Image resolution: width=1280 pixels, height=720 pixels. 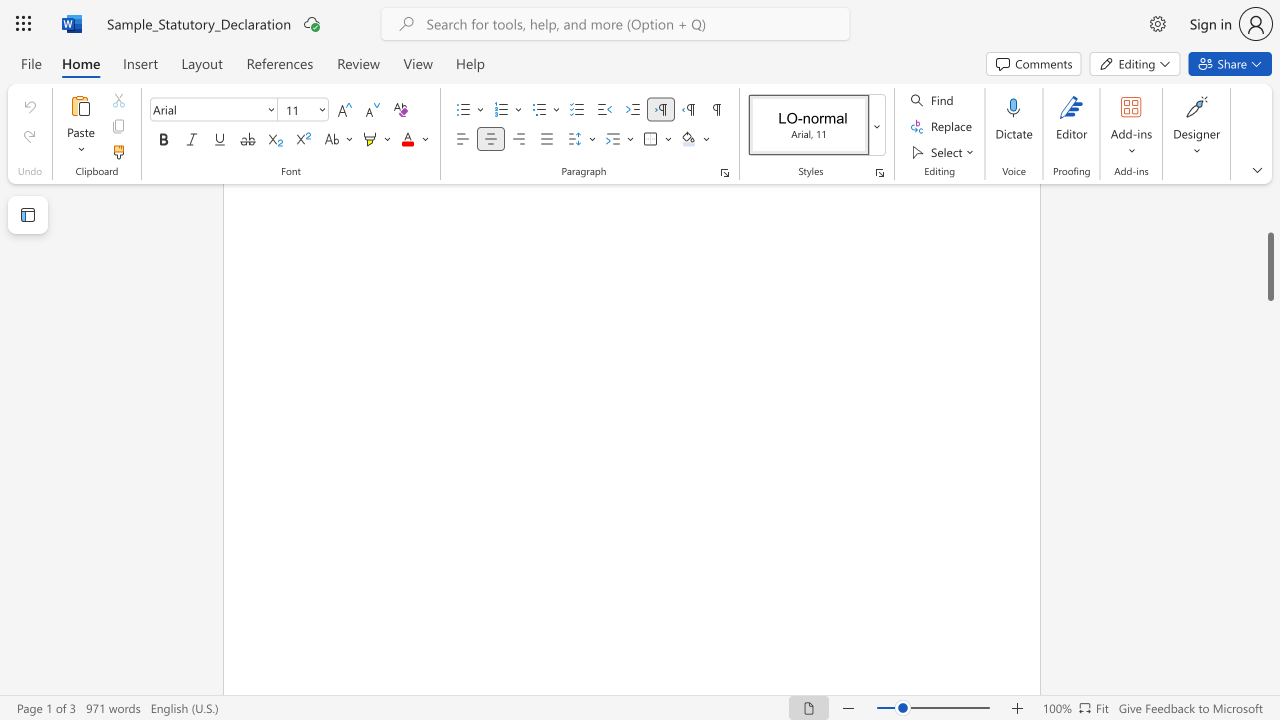 I want to click on the scrollbar and move up 120 pixels, so click(x=1269, y=266).